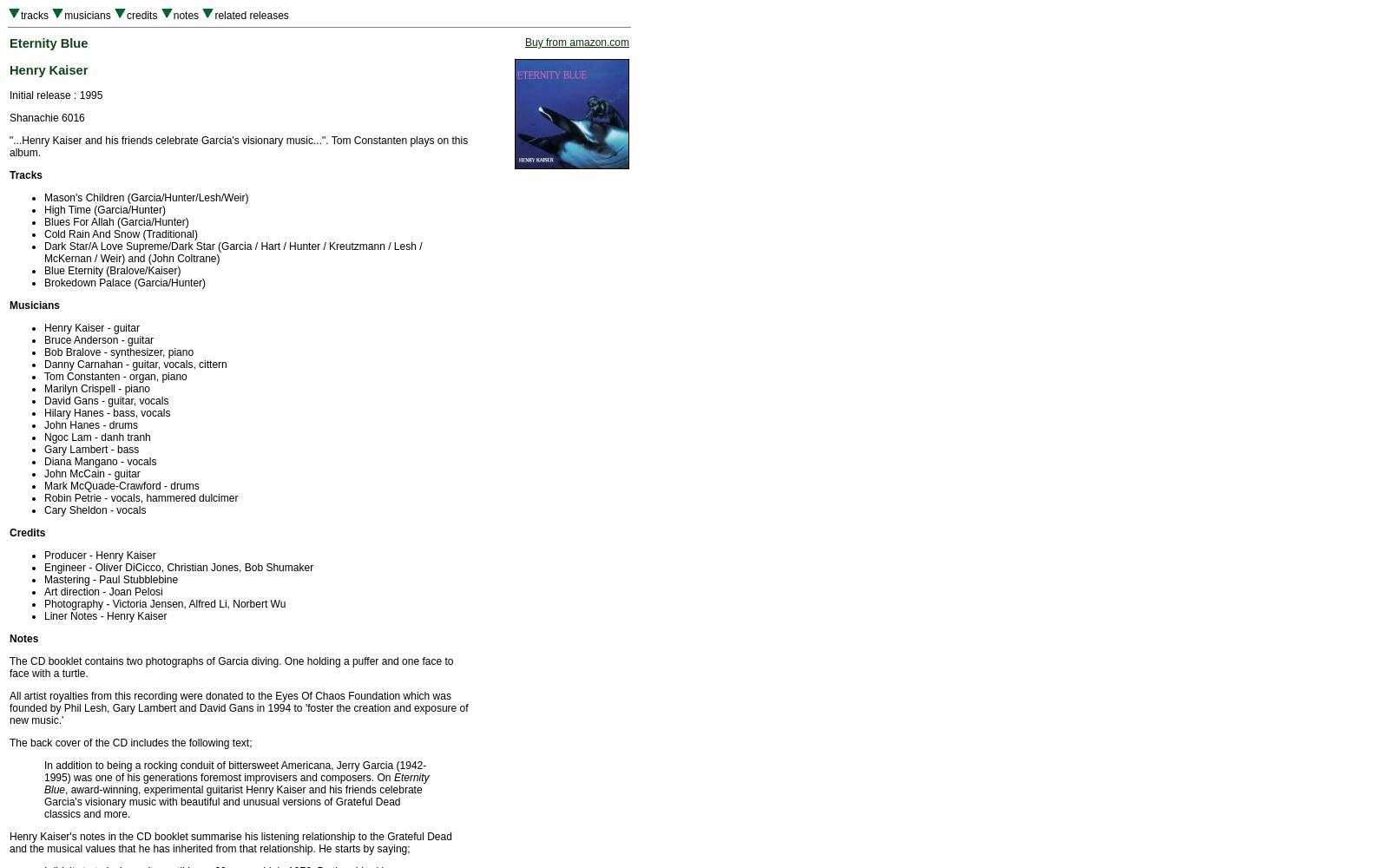 This screenshot has height=868, width=1381. Describe the element at coordinates (44, 412) in the screenshot. I see `'Hilary Hanes - bass, vocals'` at that location.